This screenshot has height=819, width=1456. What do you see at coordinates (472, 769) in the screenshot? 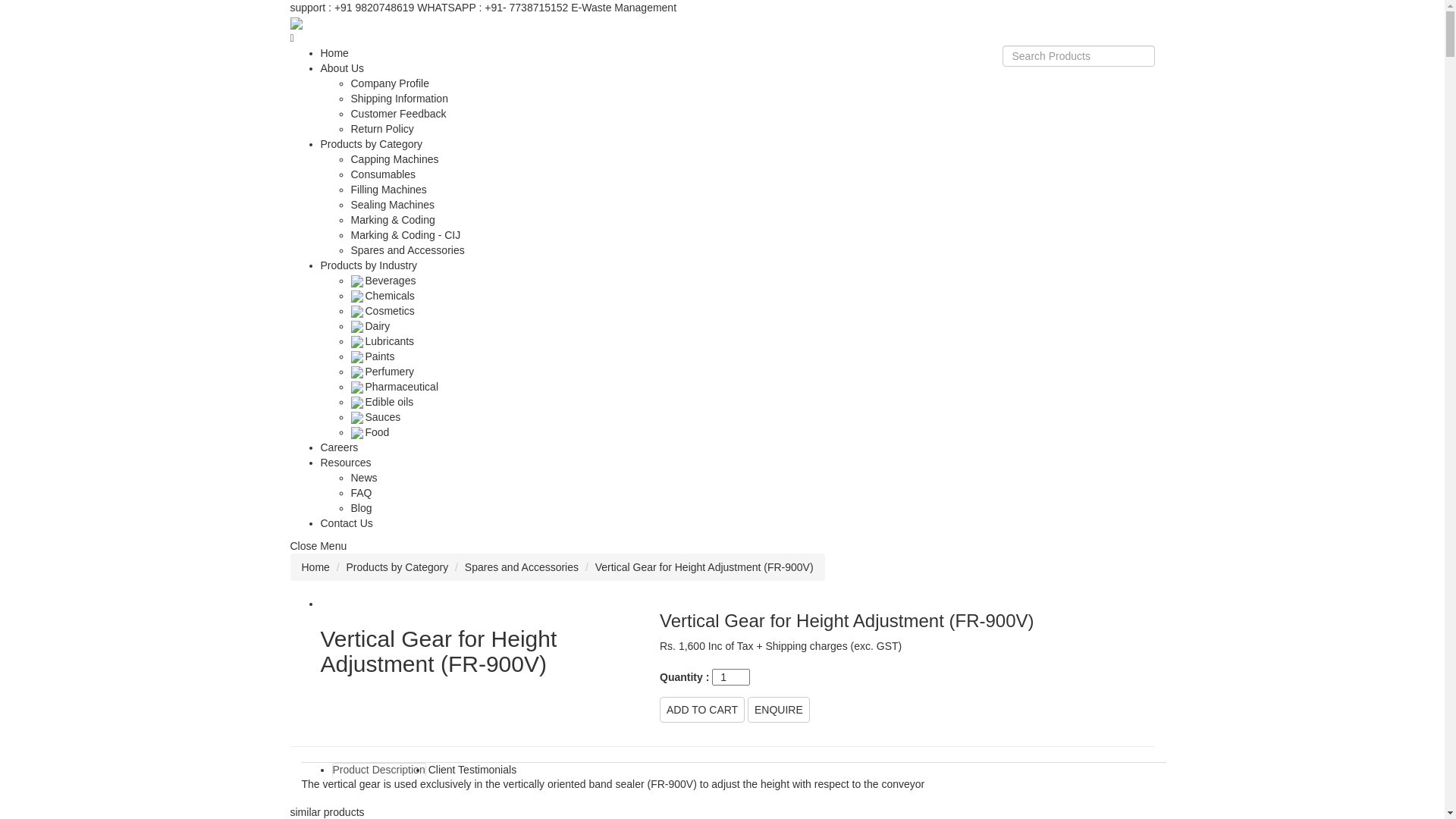
I see `'Client Testimonials'` at bounding box center [472, 769].